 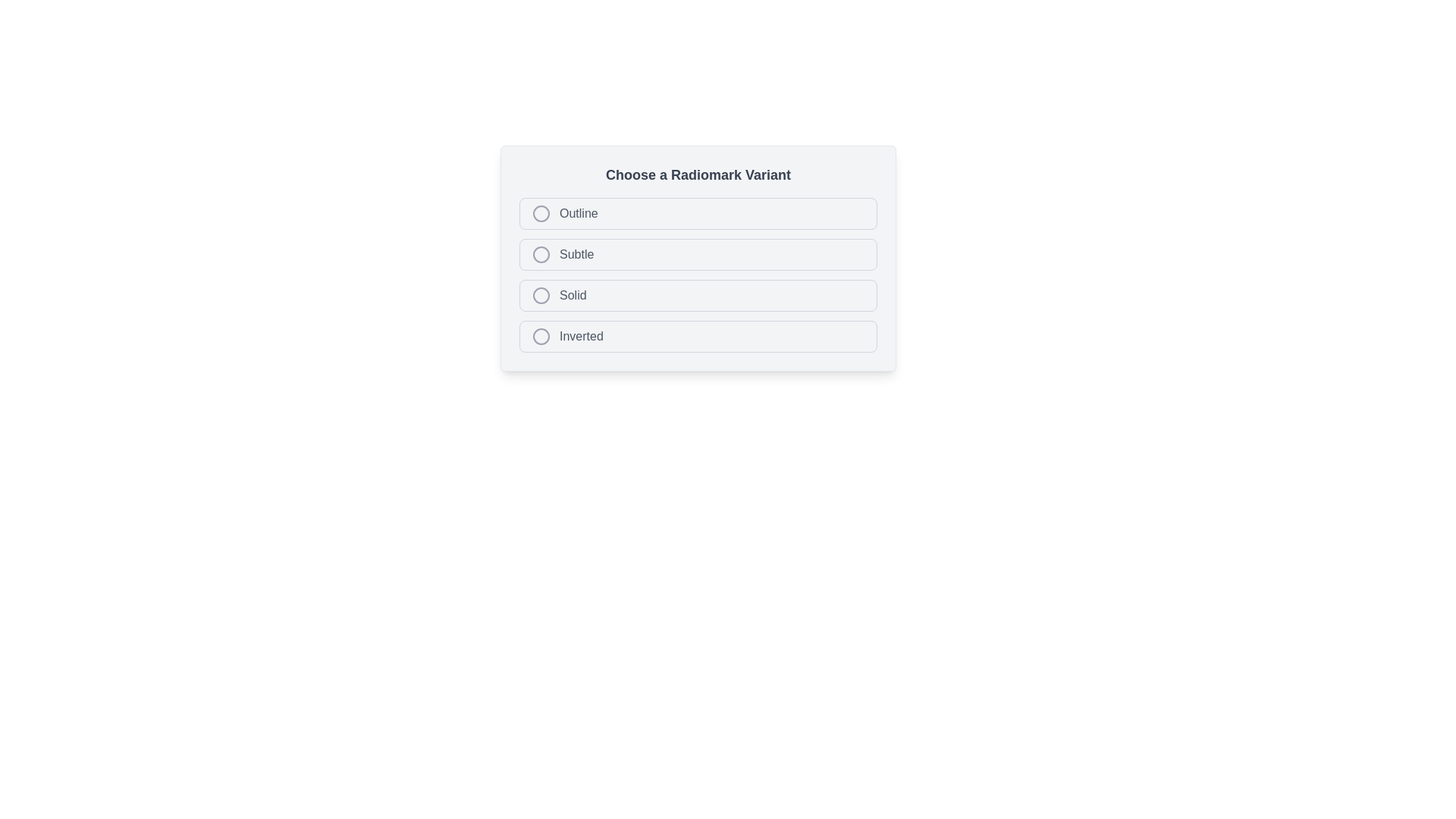 What do you see at coordinates (541, 253) in the screenshot?
I see `the circular radiomark selection indicator located on the left side of the 'Subtle' text in the second option of a vertically stacked list of options` at bounding box center [541, 253].